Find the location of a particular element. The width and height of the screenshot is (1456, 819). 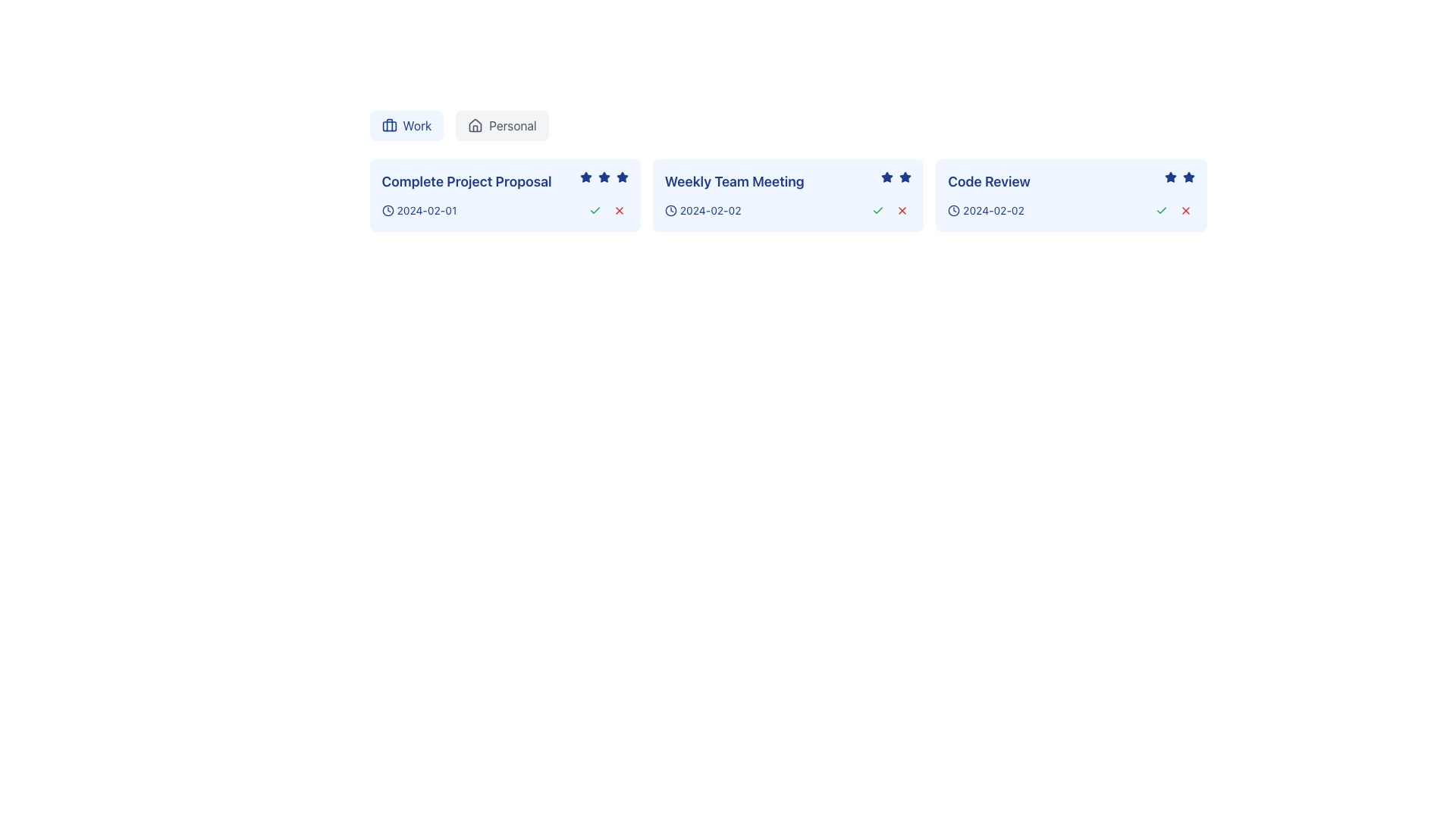

the second star icon in the rating component for 'Complete Project Proposal', located in the upper-right corner of the card is located at coordinates (603, 177).